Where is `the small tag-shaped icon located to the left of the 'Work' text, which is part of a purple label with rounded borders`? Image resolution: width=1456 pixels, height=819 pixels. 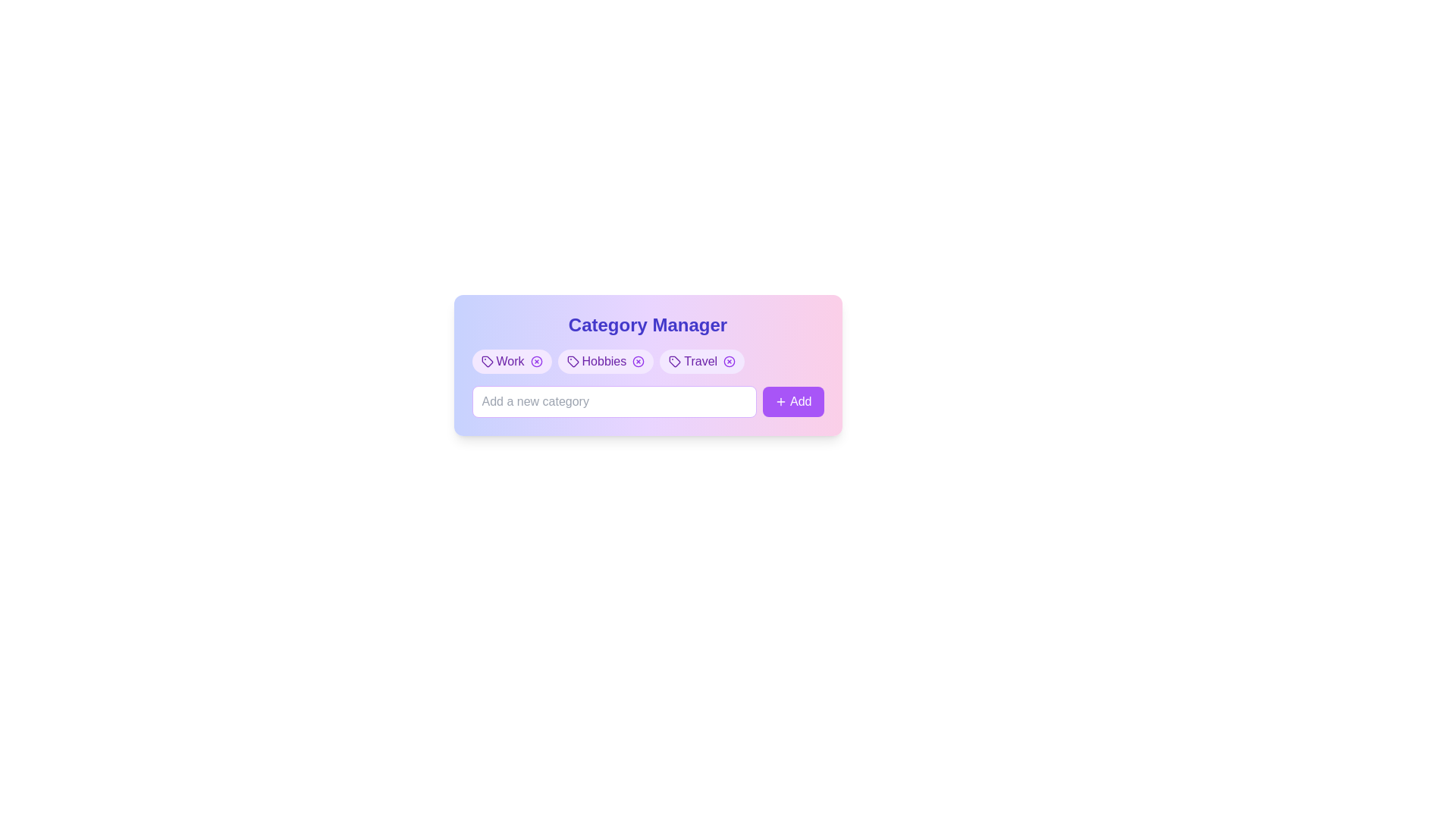 the small tag-shaped icon located to the left of the 'Work' text, which is part of a purple label with rounded borders is located at coordinates (487, 362).